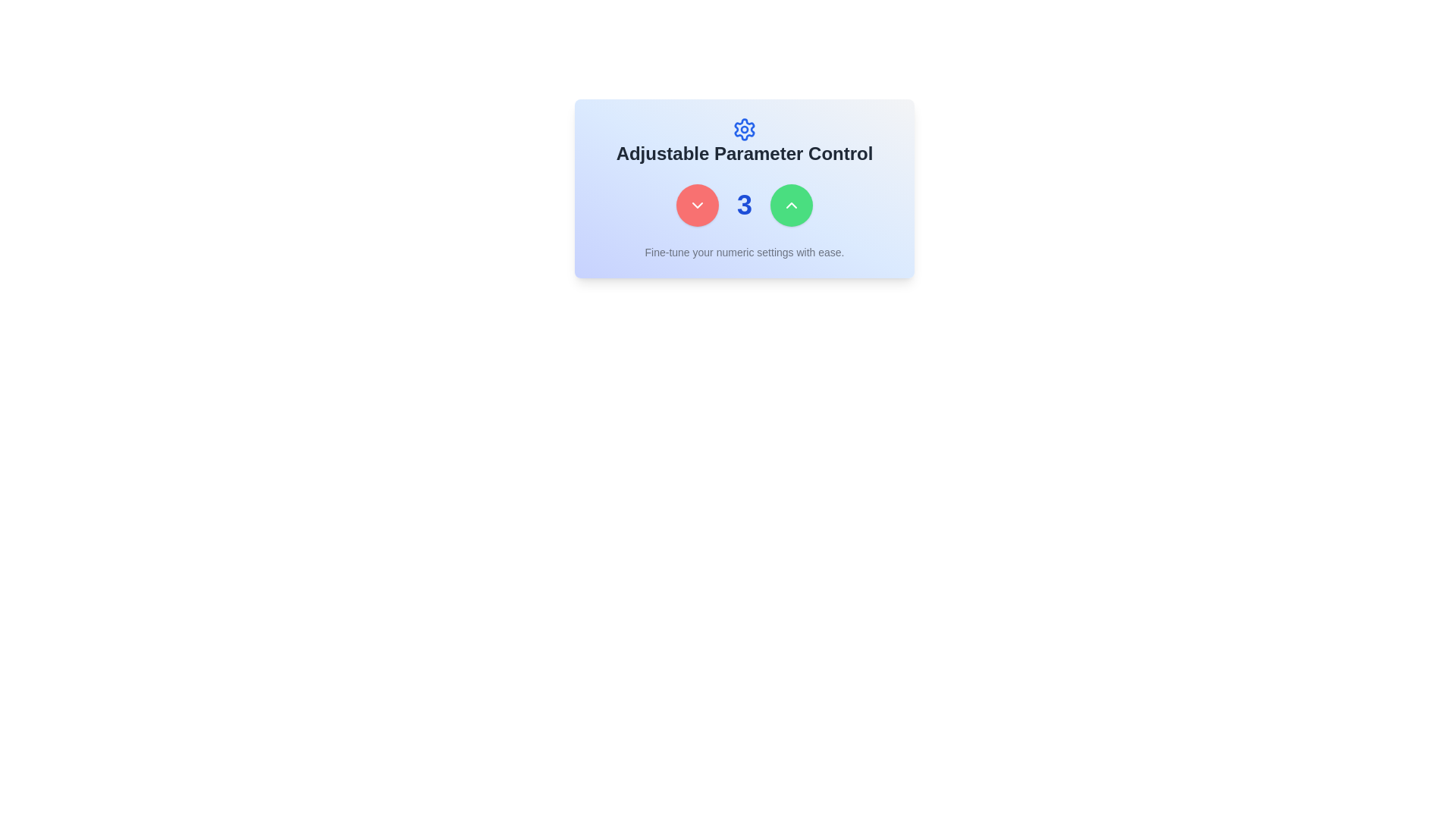 This screenshot has height=819, width=1456. Describe the element at coordinates (745, 205) in the screenshot. I see `the large blue number '3' displayed in bold font at the center of the numeric control interface, which is part of the 'Adjustable Parameter Control'` at that location.